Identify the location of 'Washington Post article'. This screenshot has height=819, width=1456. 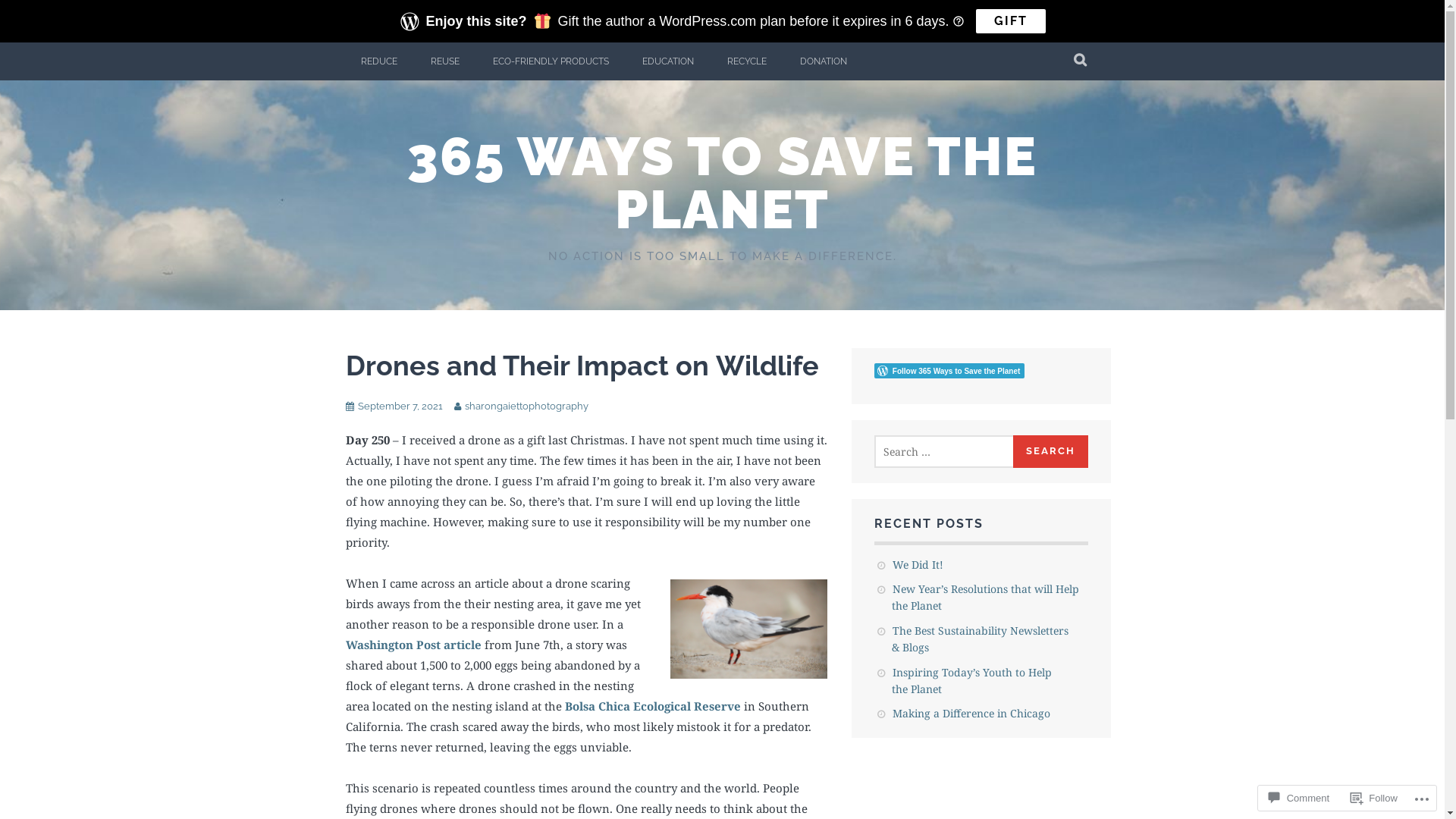
(413, 644).